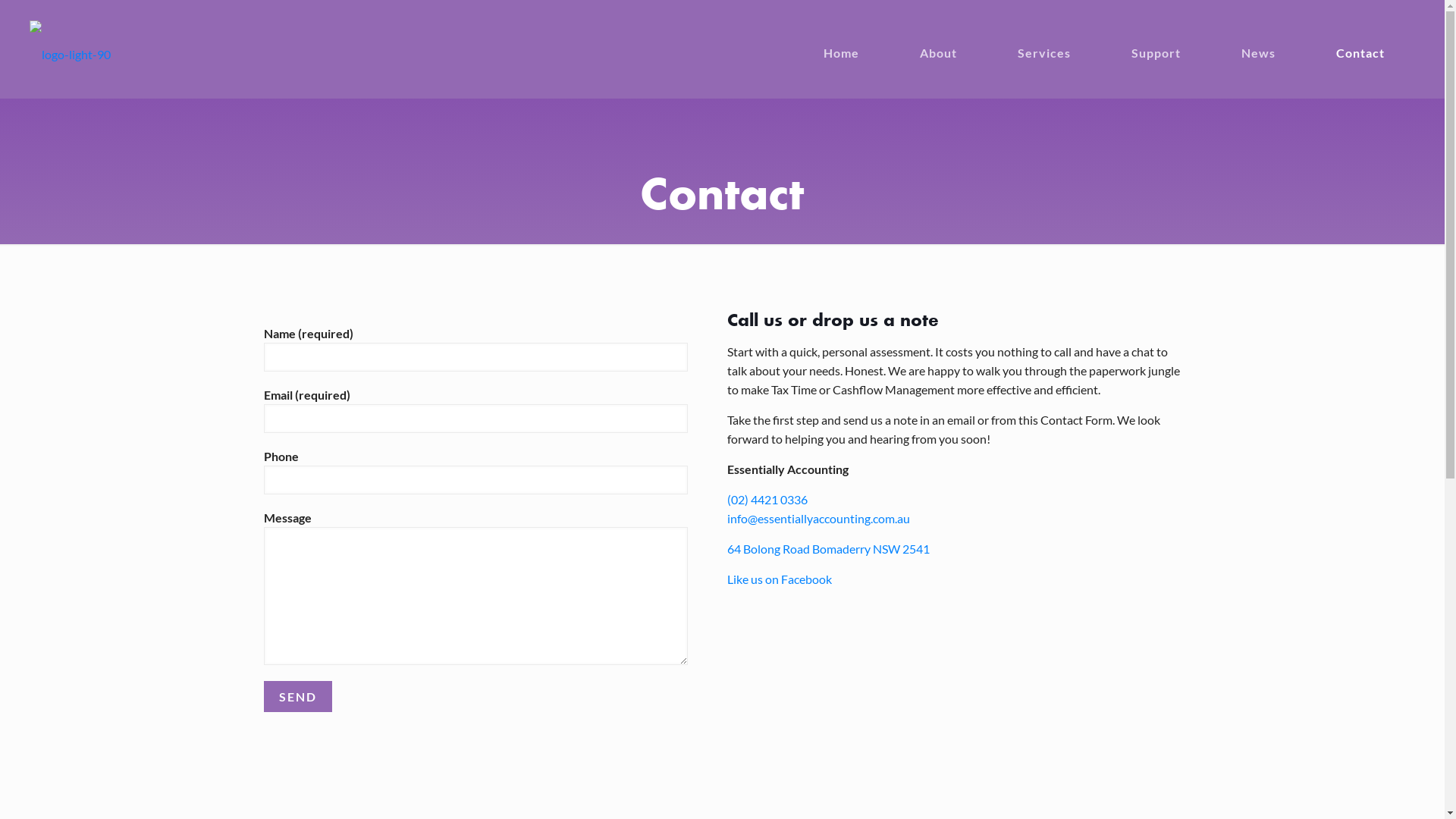 Image resolution: width=1456 pixels, height=819 pixels. I want to click on 'About', so click(952, 40).